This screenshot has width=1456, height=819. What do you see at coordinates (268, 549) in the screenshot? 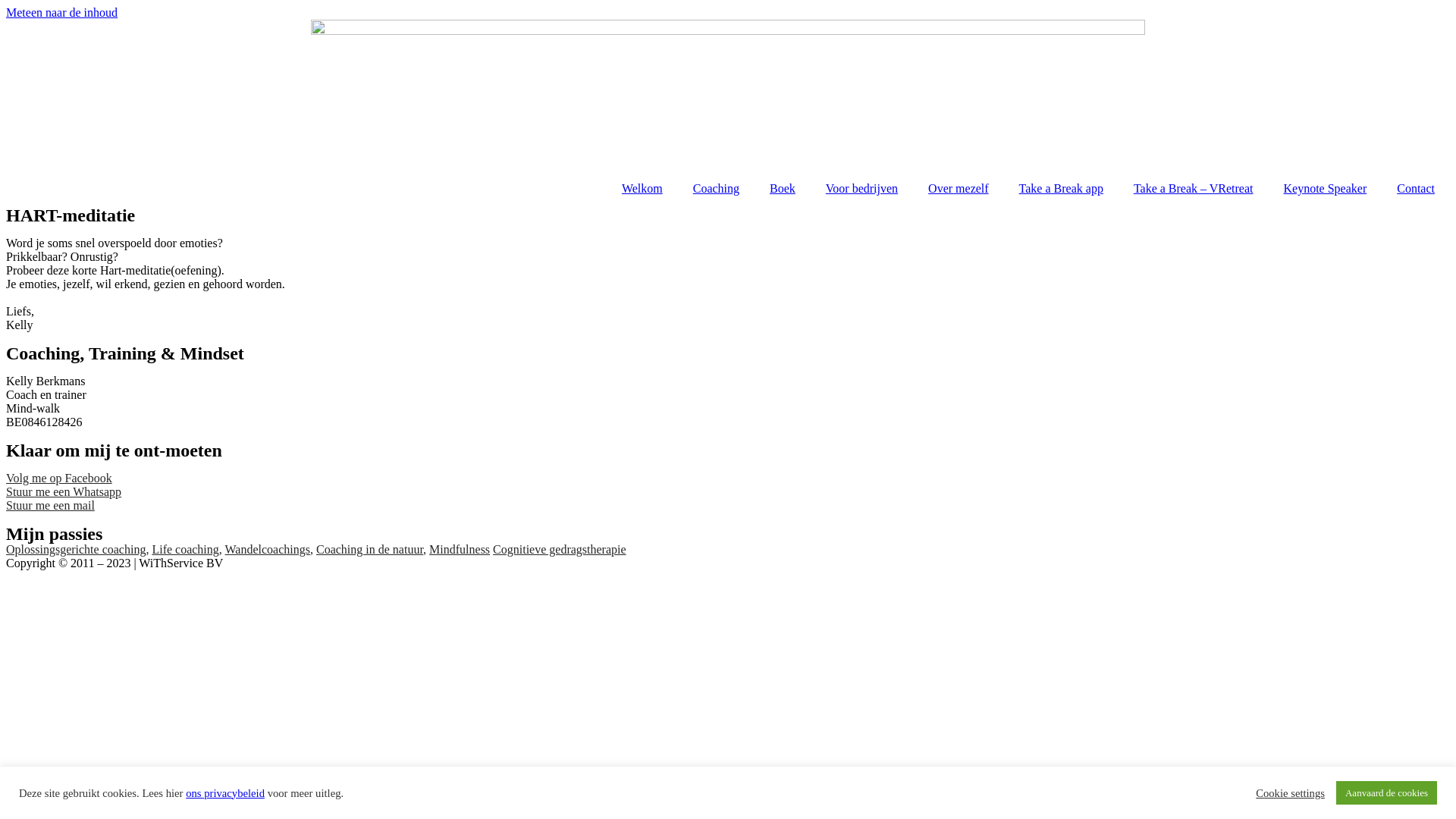
I see `'Wandelcoachings'` at bounding box center [268, 549].